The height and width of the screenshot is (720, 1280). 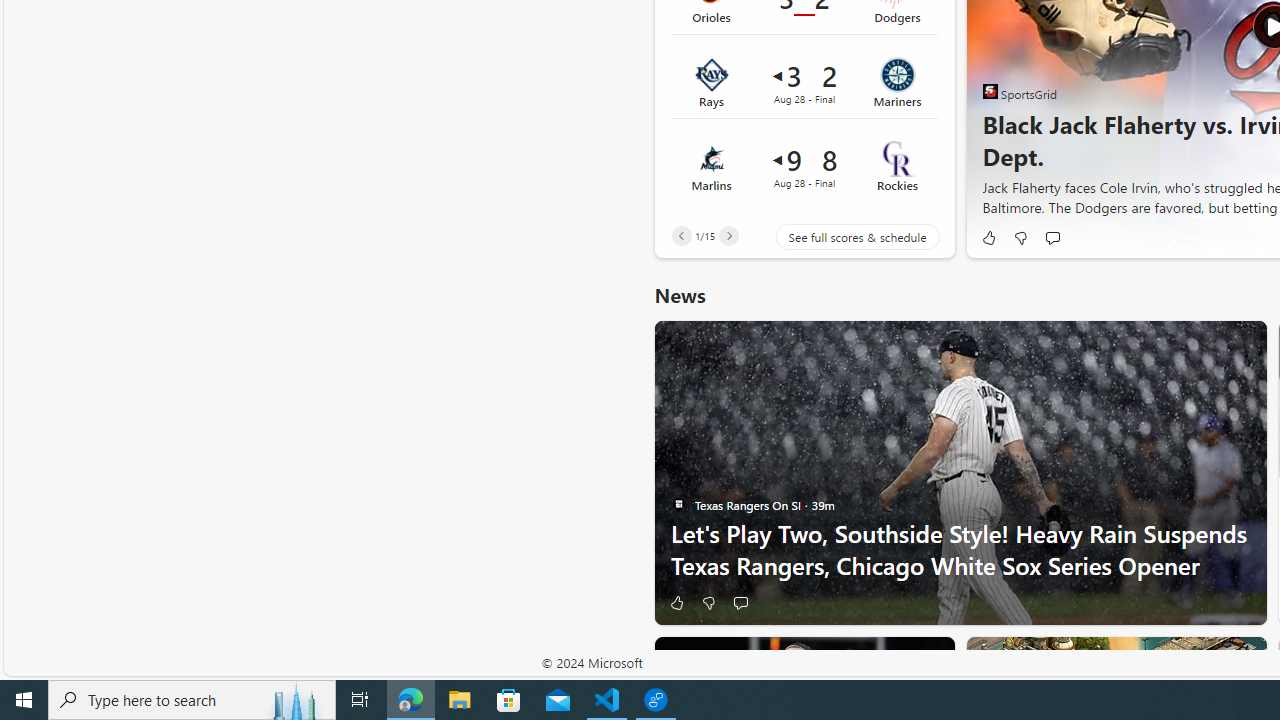 I want to click on 'Dislike', so click(x=708, y=601).